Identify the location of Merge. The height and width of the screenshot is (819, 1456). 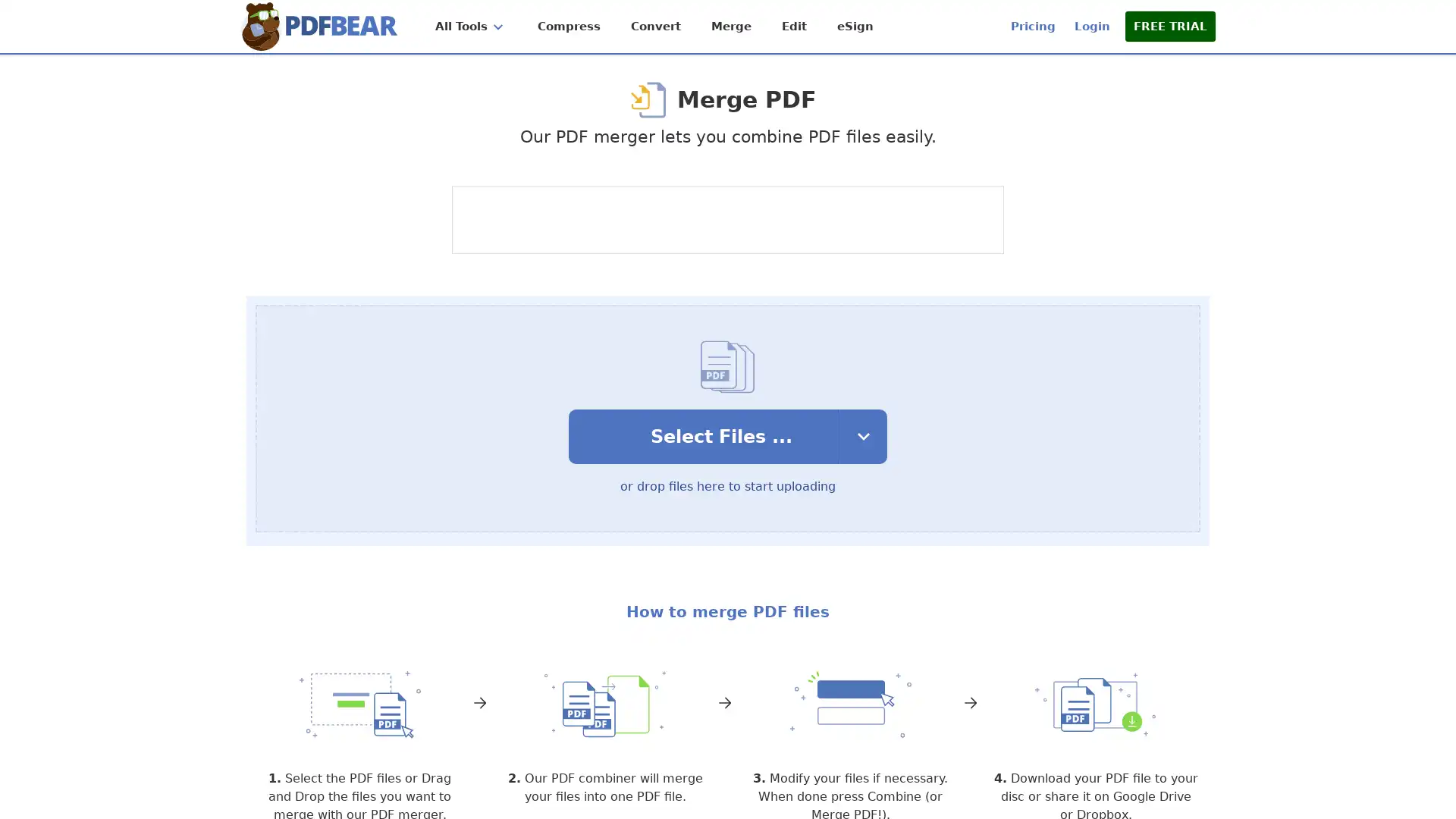
(730, 26).